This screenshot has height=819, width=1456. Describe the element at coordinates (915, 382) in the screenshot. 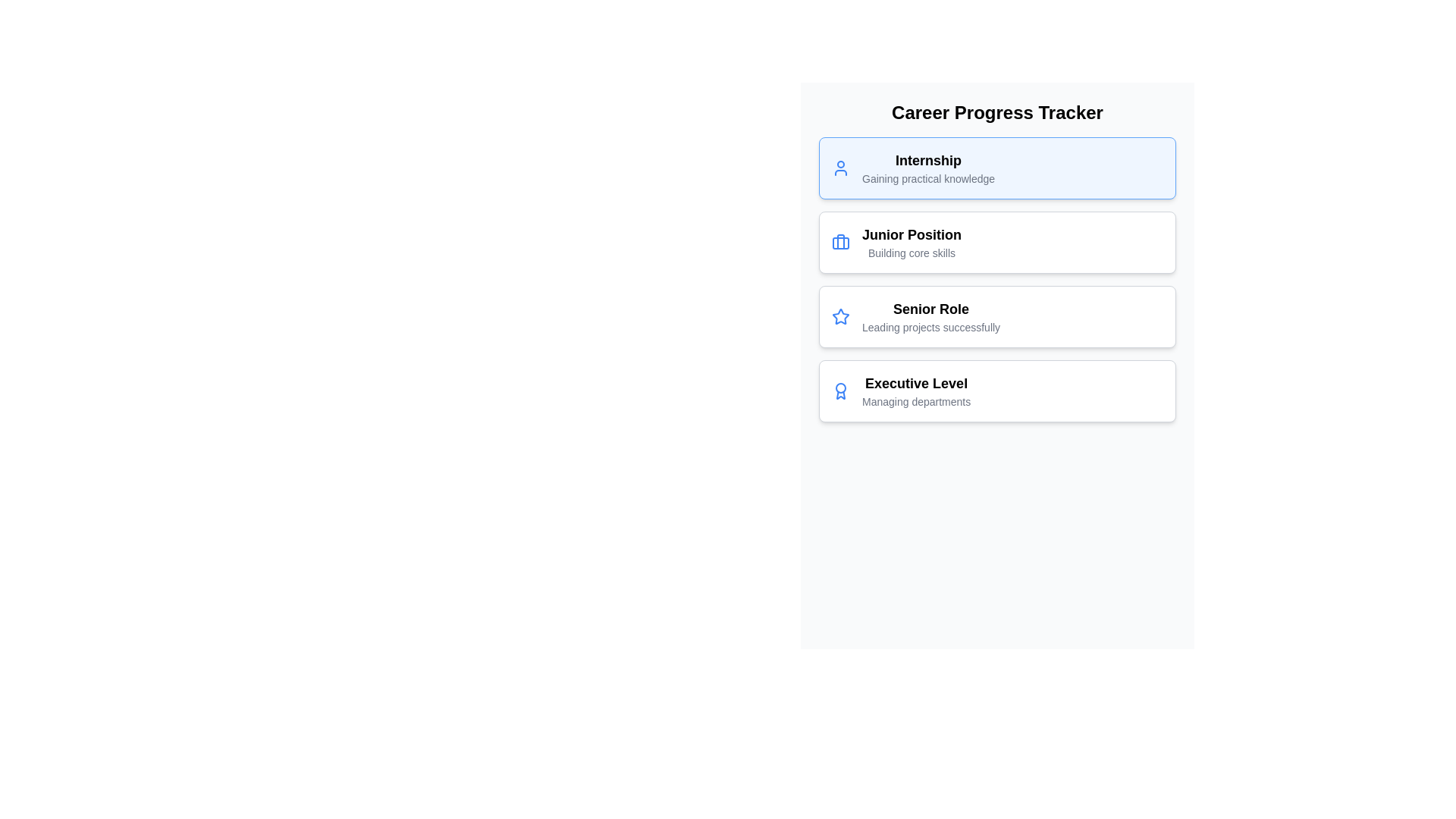

I see `text displayed as 'Executive Level', which is bold and prominently positioned as a header in the UI` at that location.